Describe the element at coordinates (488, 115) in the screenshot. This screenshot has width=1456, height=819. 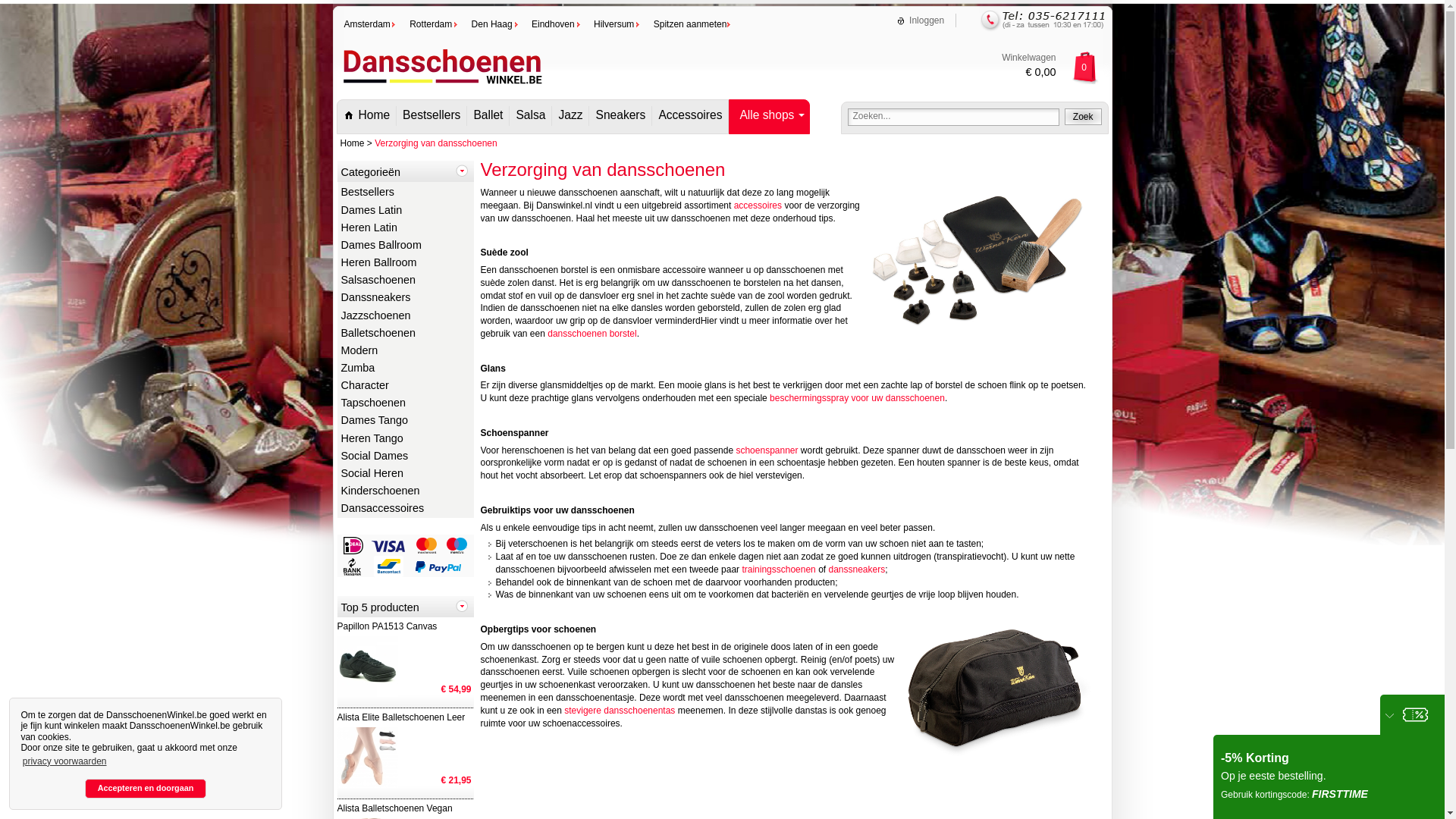
I see `'Ballet'` at that location.